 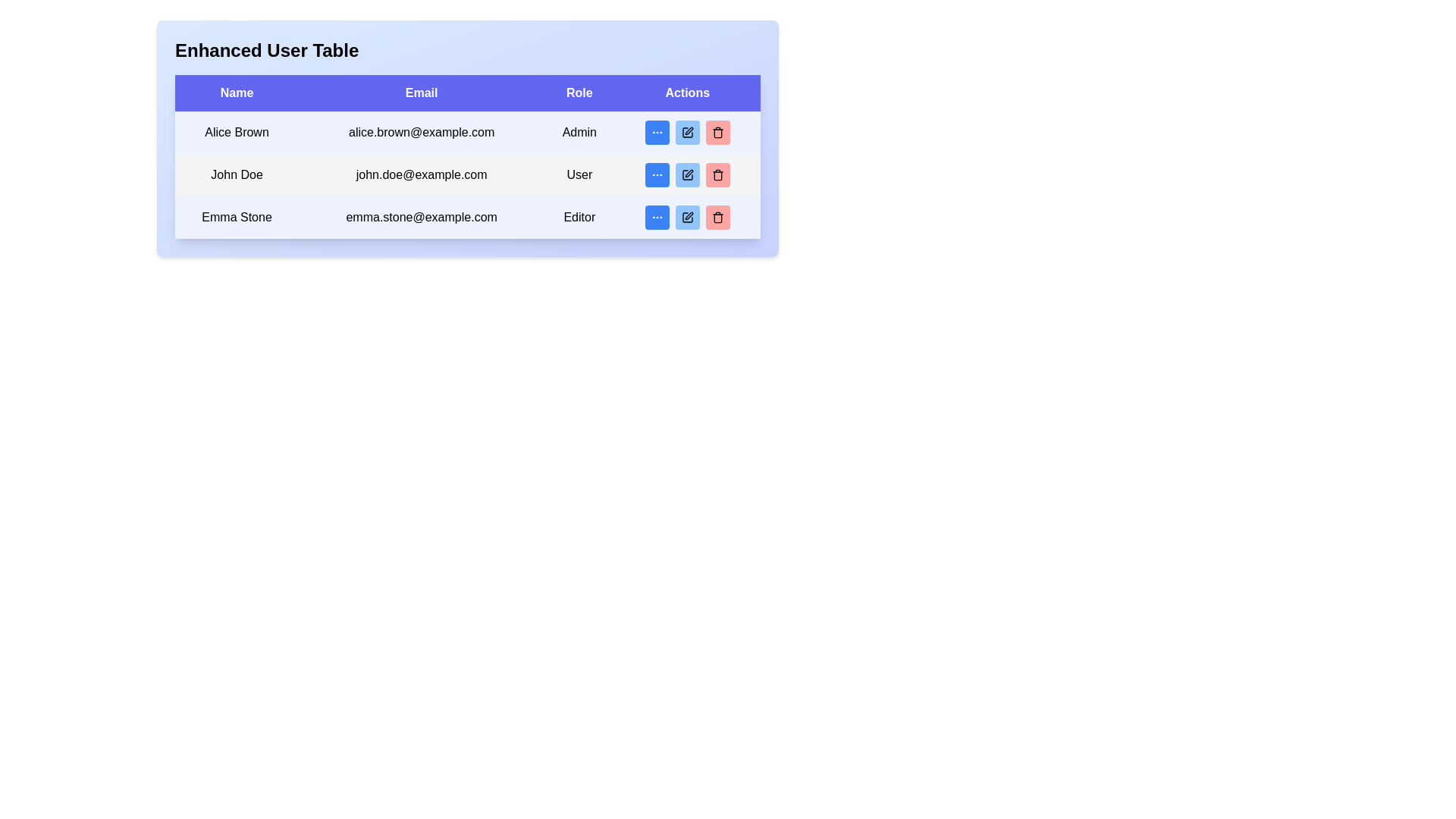 What do you see at coordinates (467, 157) in the screenshot?
I see `the email field displaying 'john.doe@example.com' in the second row of the table under the 'Email' column` at bounding box center [467, 157].